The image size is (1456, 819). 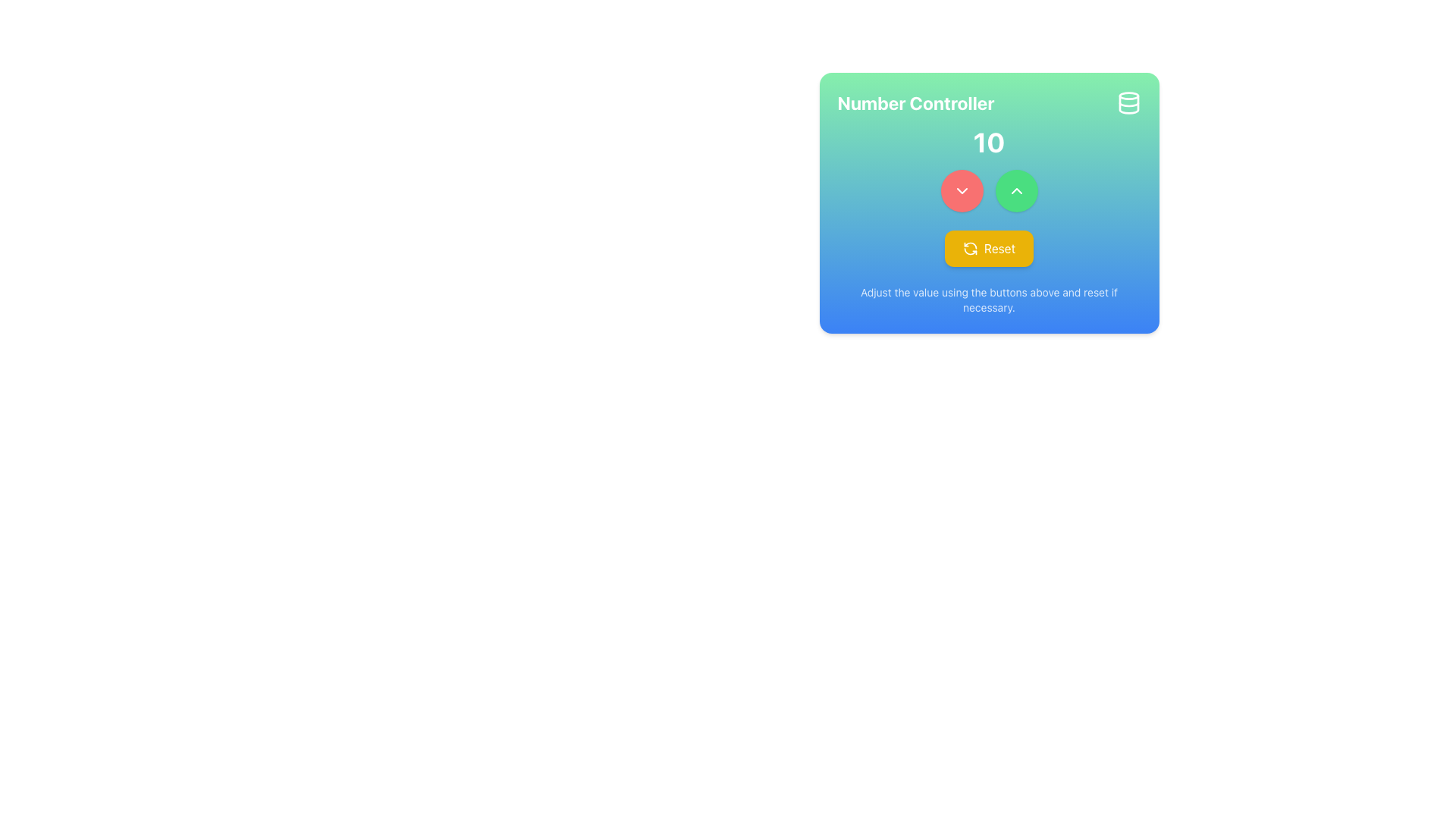 What do you see at coordinates (969, 247) in the screenshot?
I see `the 'Reset' button, which features a circular refresh icon on the left` at bounding box center [969, 247].